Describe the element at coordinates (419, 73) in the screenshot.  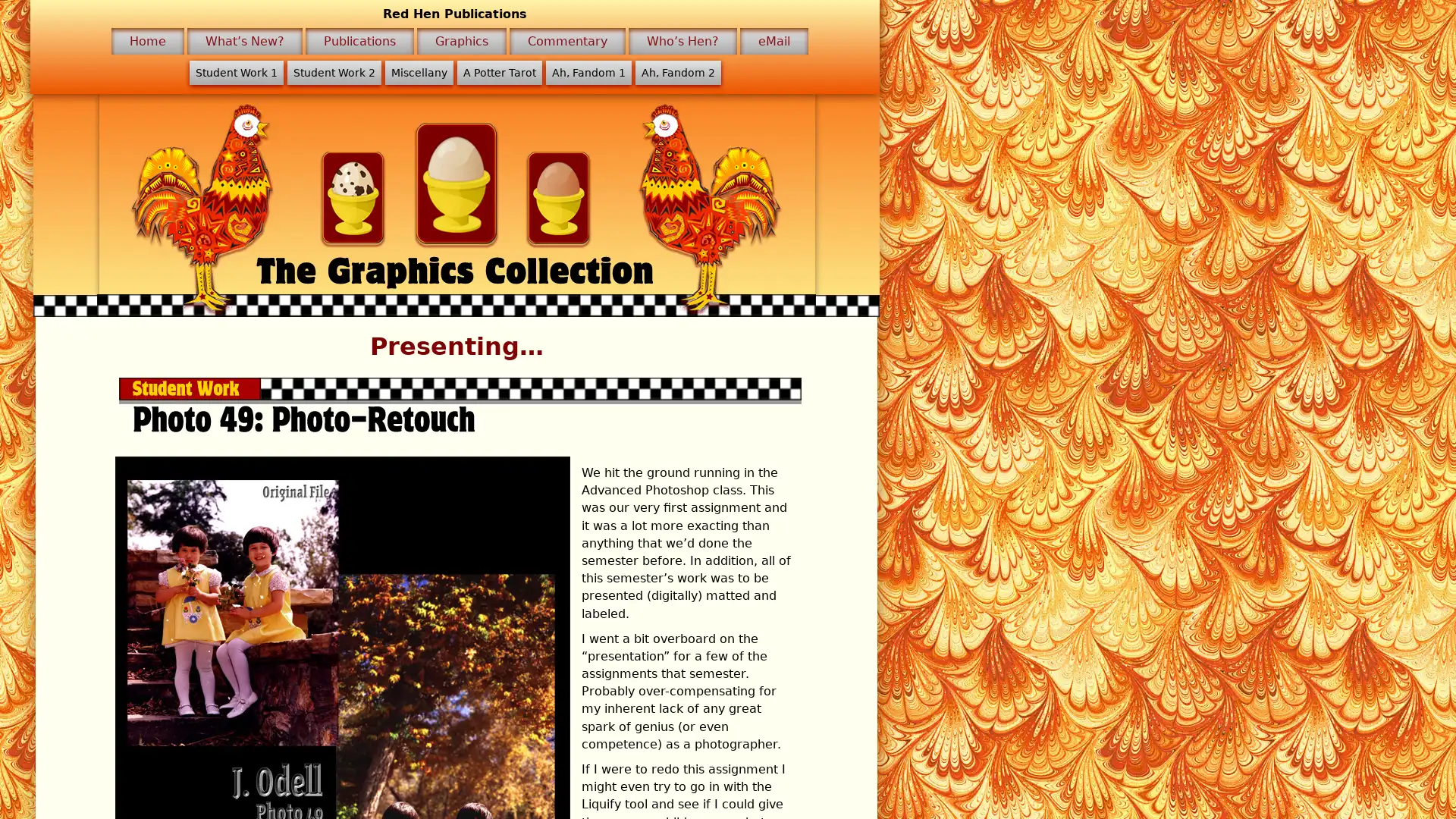
I see `Miscellany` at that location.